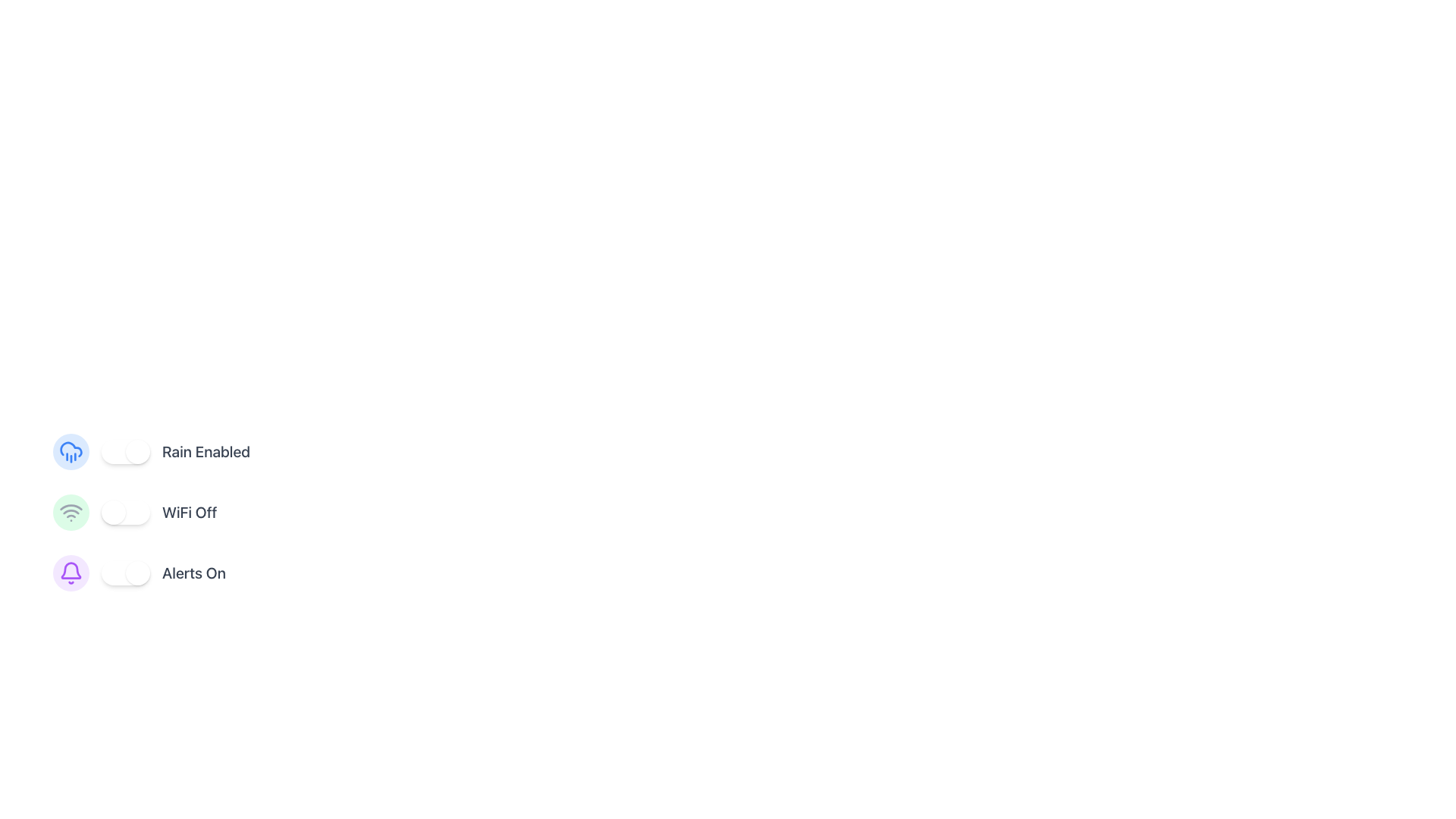 The height and width of the screenshot is (819, 1456). I want to click on the Toggle Switch located in the lower section of the options, so click(139, 573).